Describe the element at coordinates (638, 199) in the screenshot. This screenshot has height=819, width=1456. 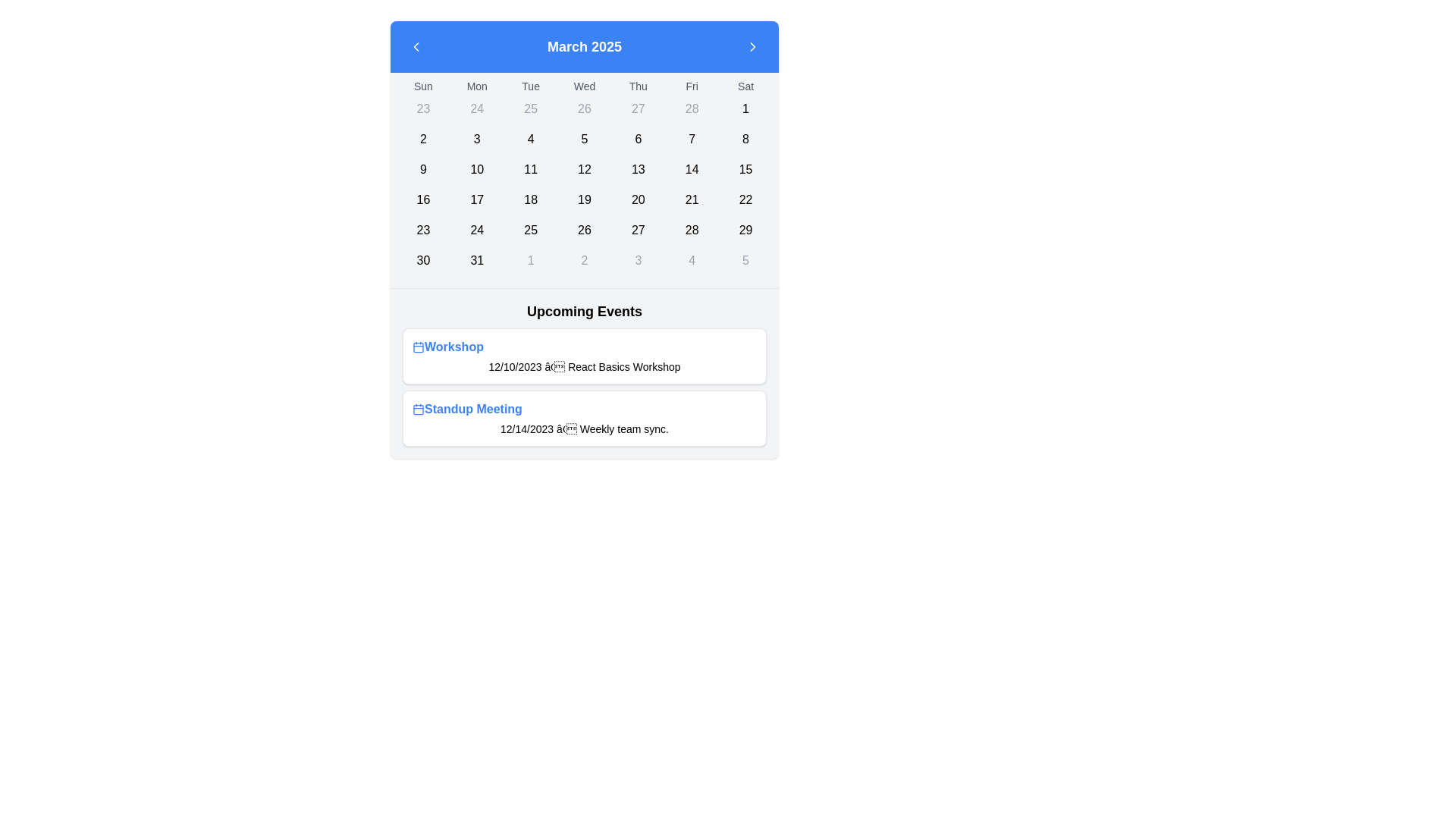
I see `on the date '20' button-like component in the calendar grid` at that location.